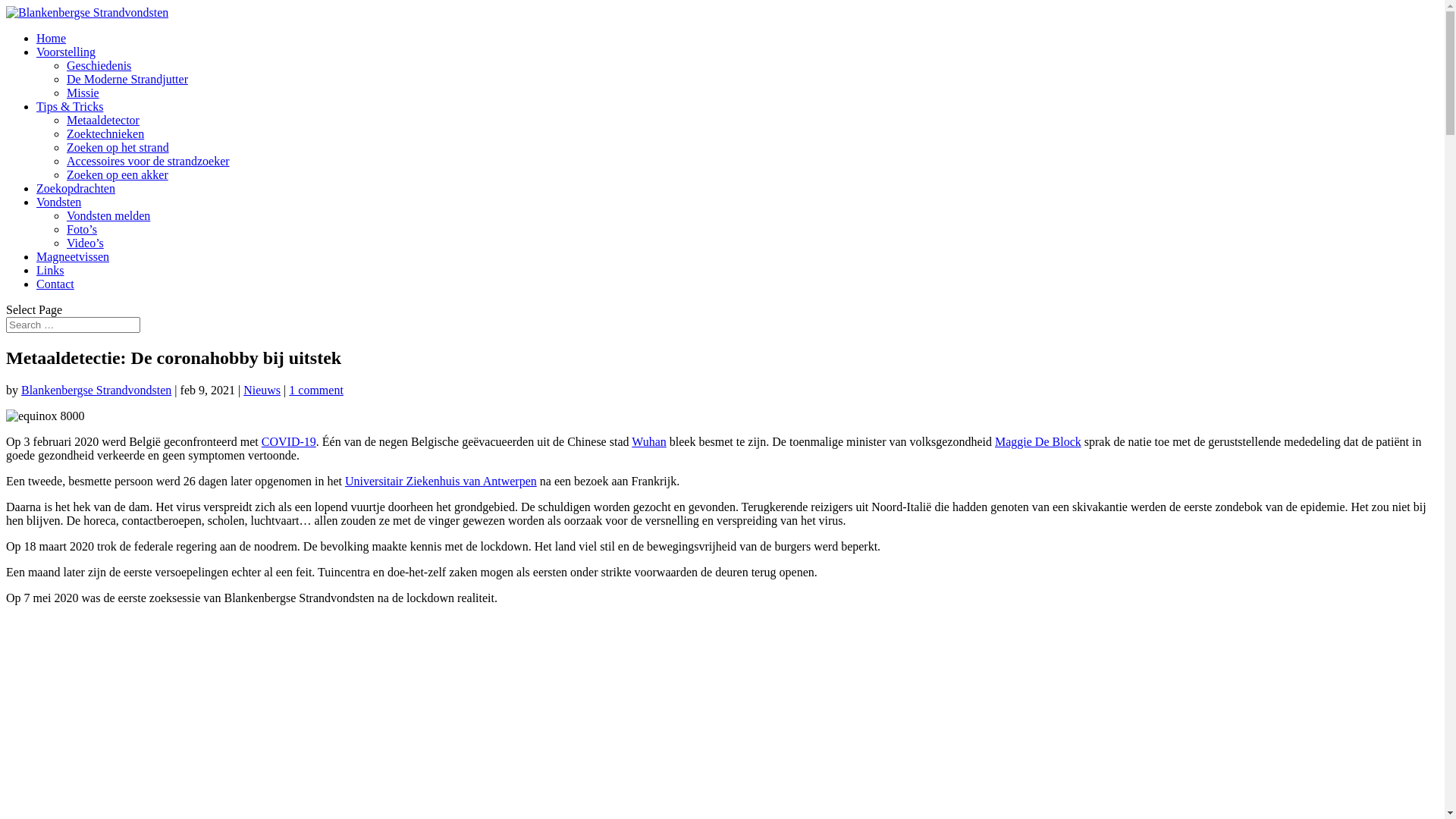  Describe the element at coordinates (51, 37) in the screenshot. I see `'Home'` at that location.